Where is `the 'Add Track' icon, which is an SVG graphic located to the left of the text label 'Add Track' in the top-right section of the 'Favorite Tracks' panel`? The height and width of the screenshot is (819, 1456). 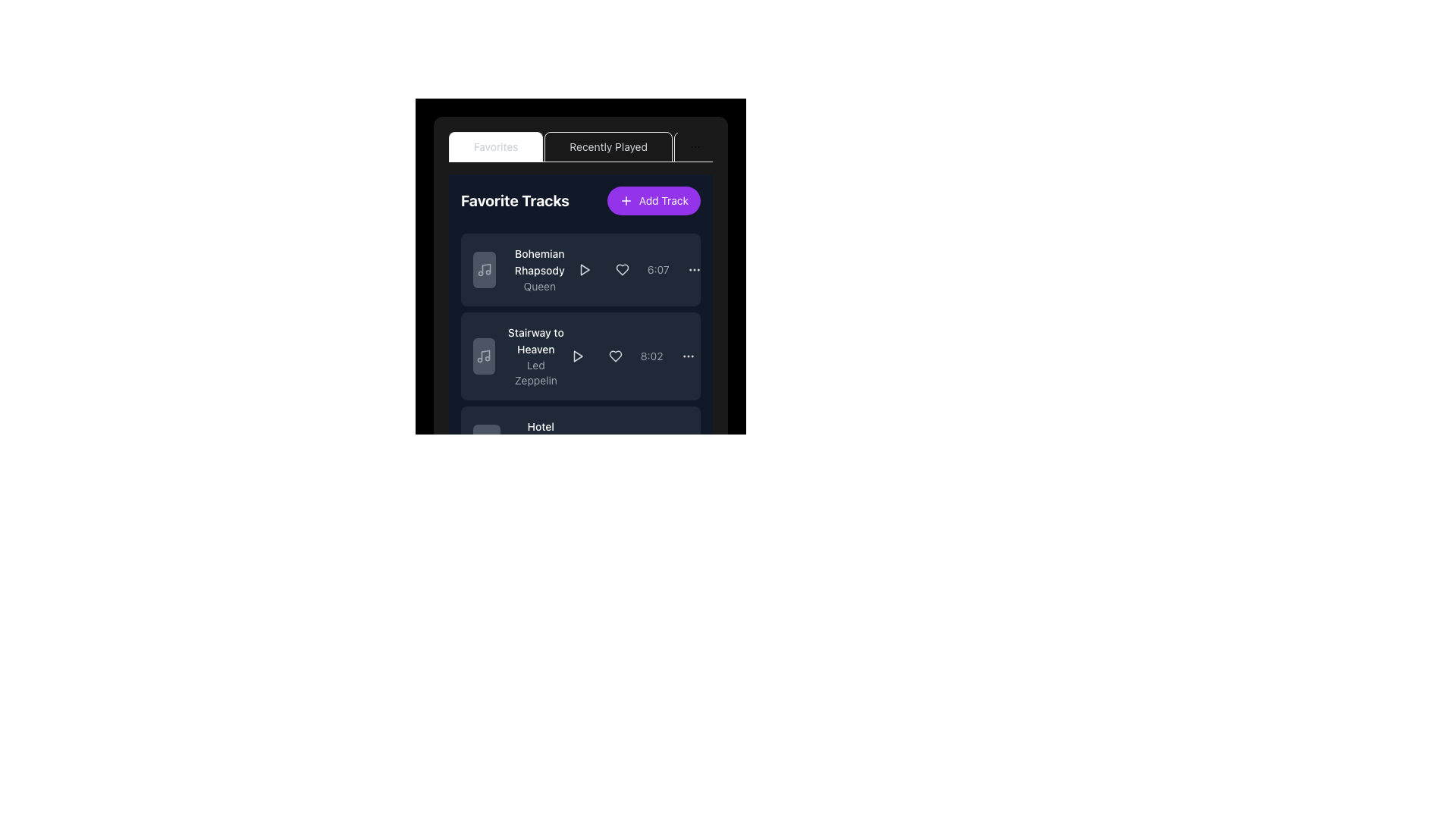
the 'Add Track' icon, which is an SVG graphic located to the left of the text label 'Add Track' in the top-right section of the 'Favorite Tracks' panel is located at coordinates (626, 200).